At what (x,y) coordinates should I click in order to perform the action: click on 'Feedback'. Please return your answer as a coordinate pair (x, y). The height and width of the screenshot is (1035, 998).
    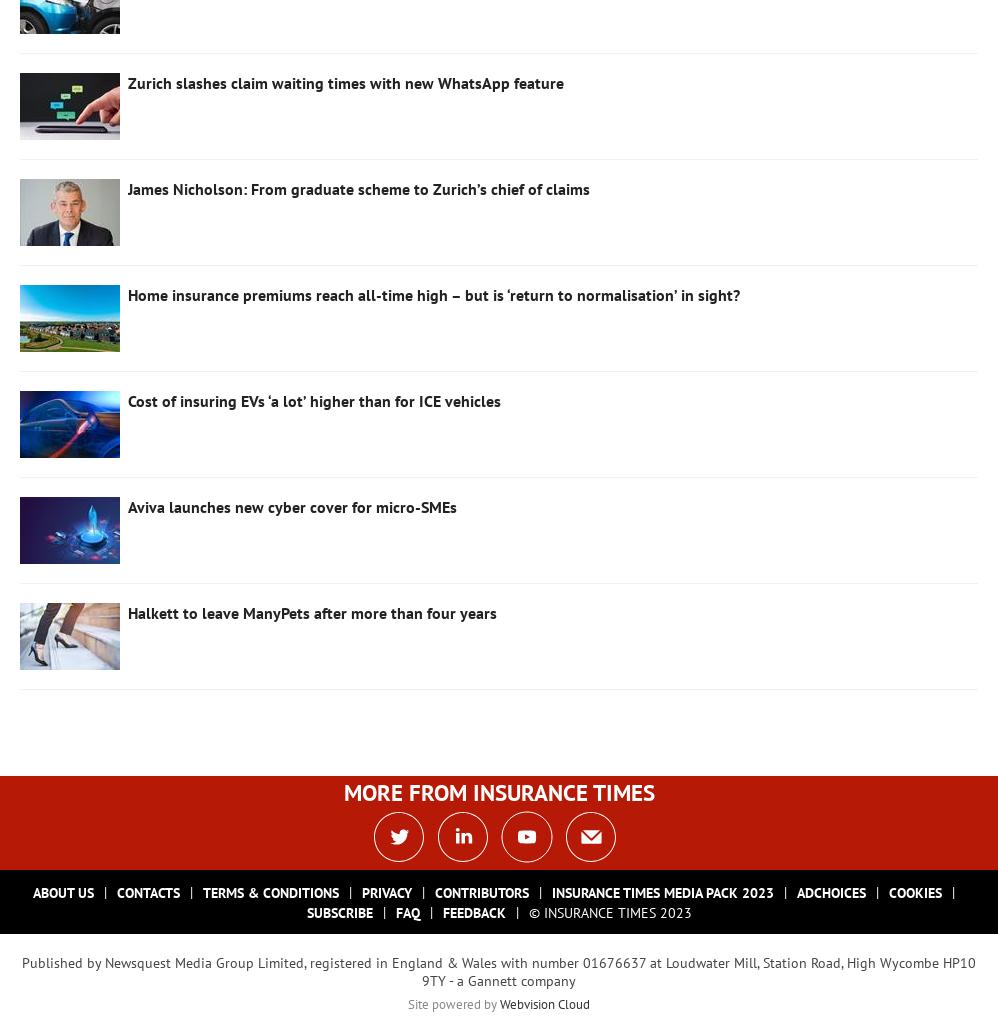
    Looking at the image, I should click on (472, 911).